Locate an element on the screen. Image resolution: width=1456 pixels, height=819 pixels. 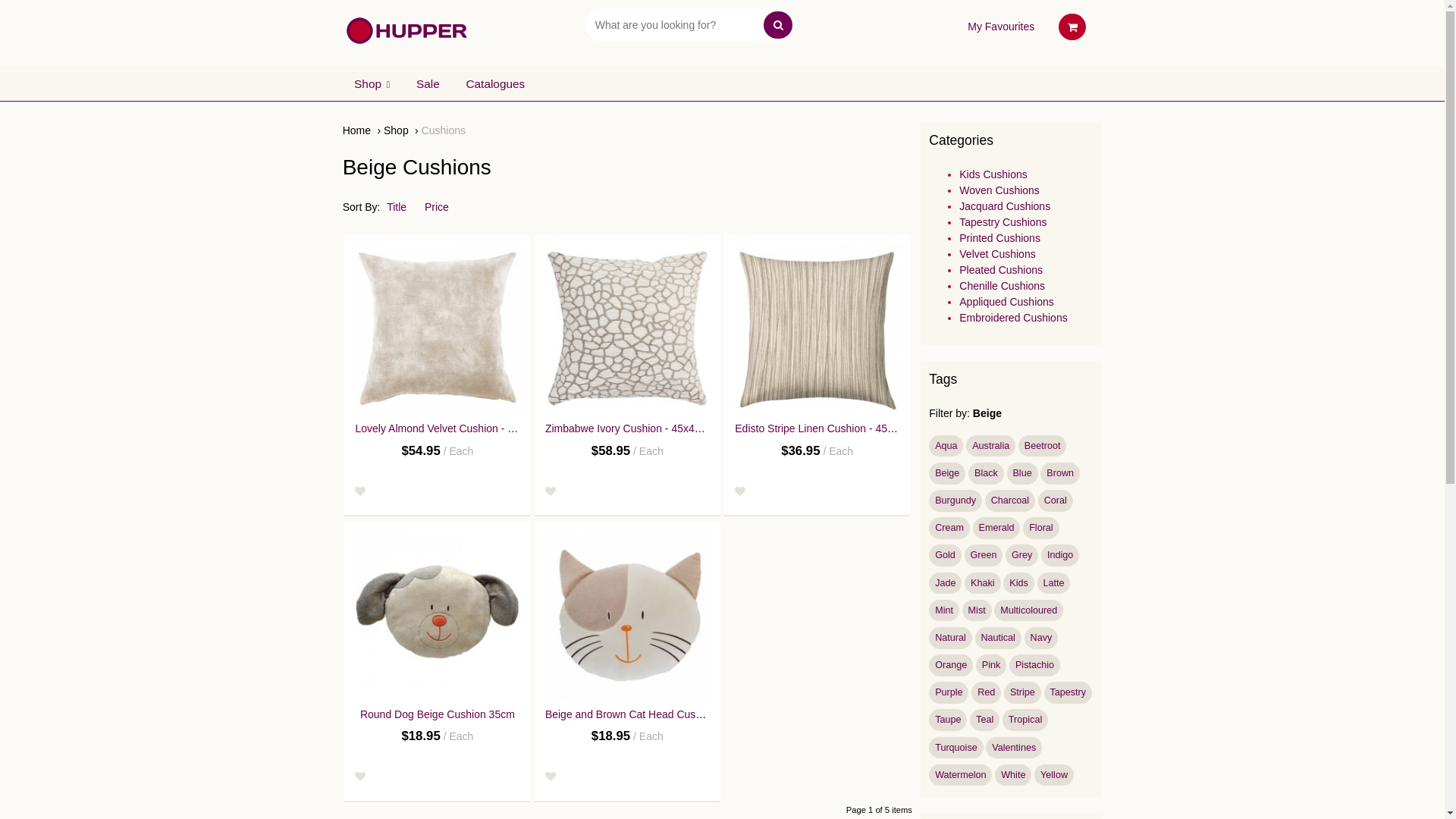
'Tropical' is located at coordinates (1025, 719).